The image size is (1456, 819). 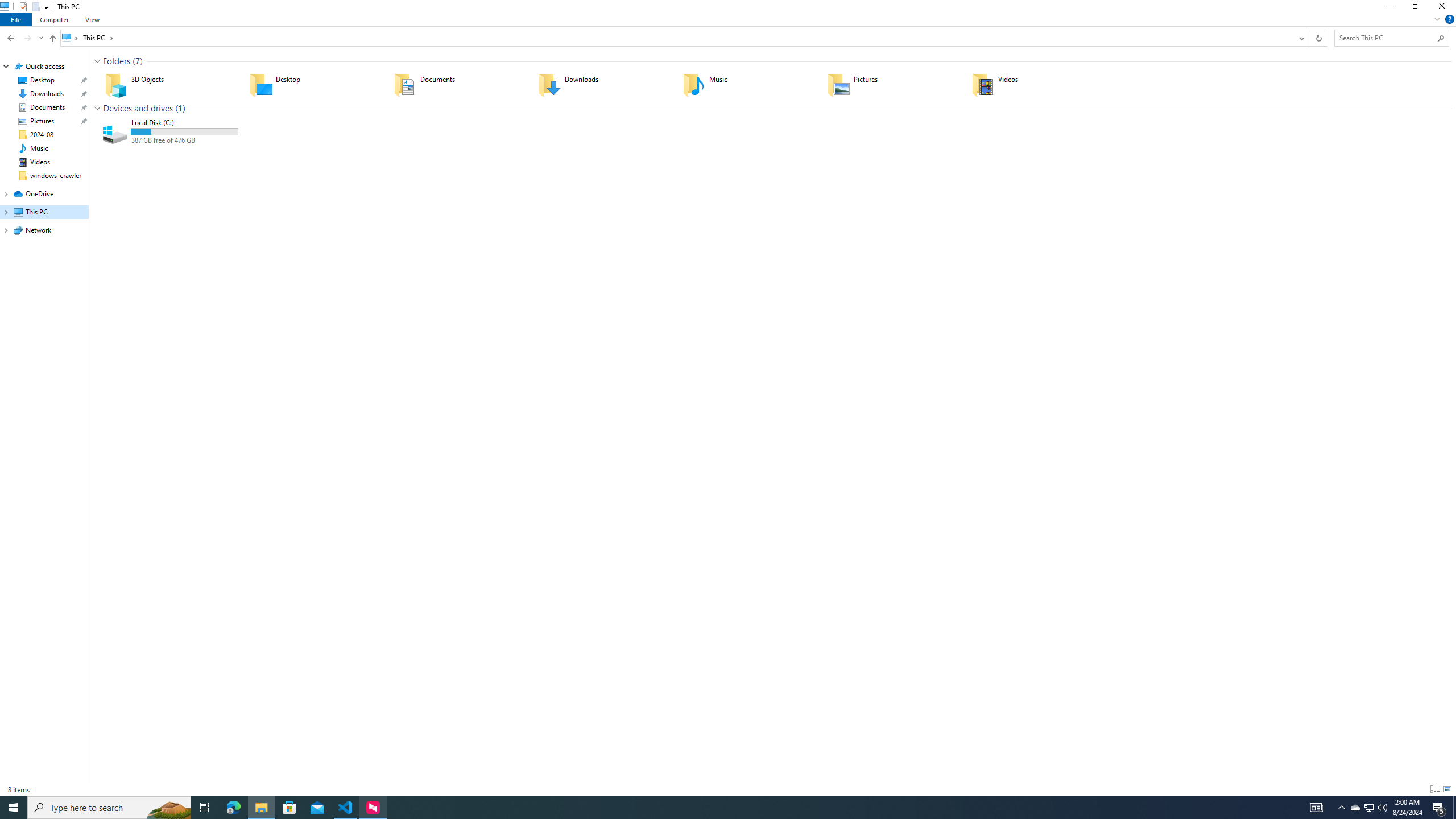 What do you see at coordinates (53, 39) in the screenshot?
I see `'Up band toolbar'` at bounding box center [53, 39].